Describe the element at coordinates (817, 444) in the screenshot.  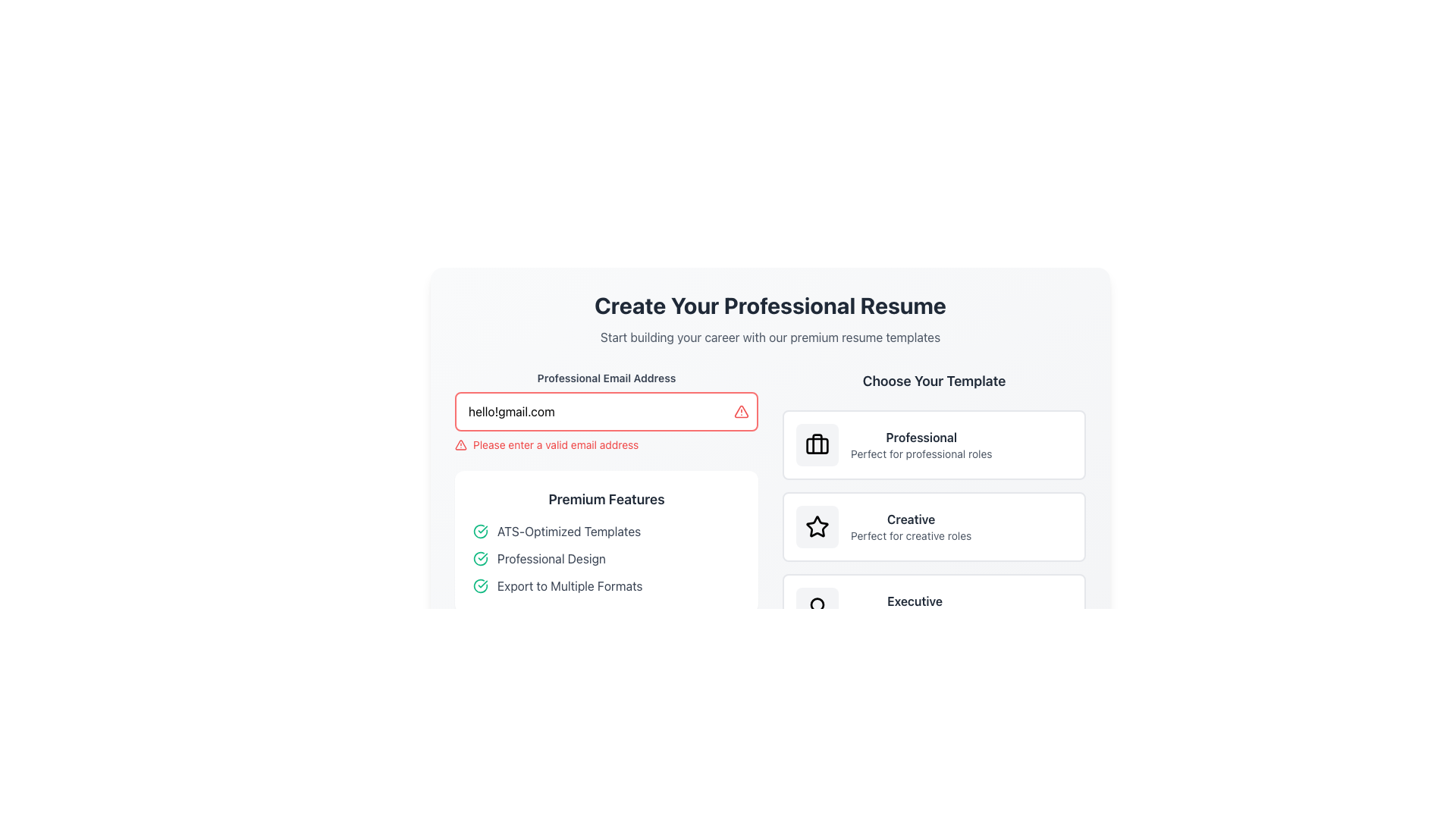
I see `the 'Professional' template category icon located in the 'Choose Your Template' section for selection` at that location.